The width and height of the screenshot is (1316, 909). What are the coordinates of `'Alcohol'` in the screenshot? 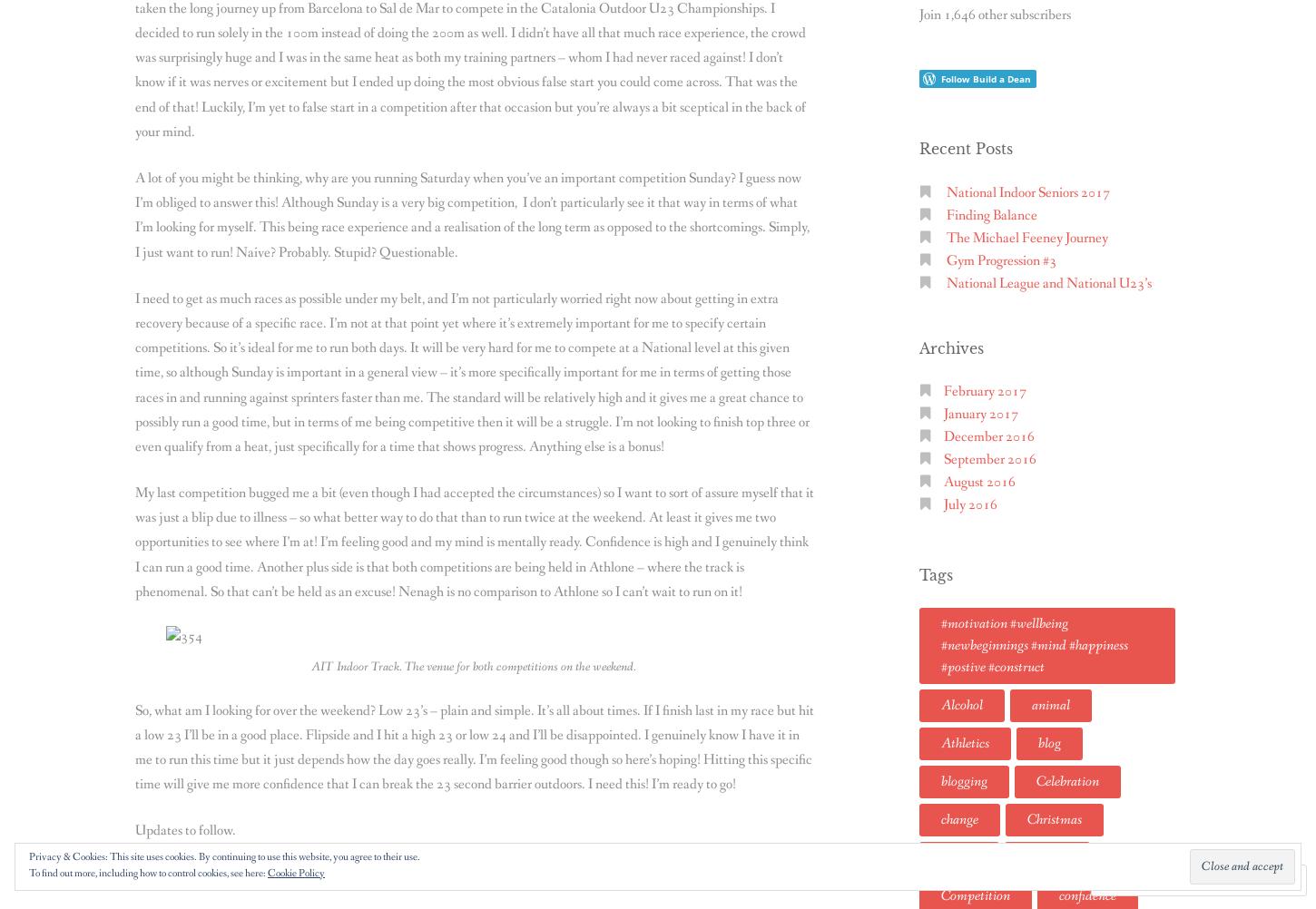 It's located at (941, 703).